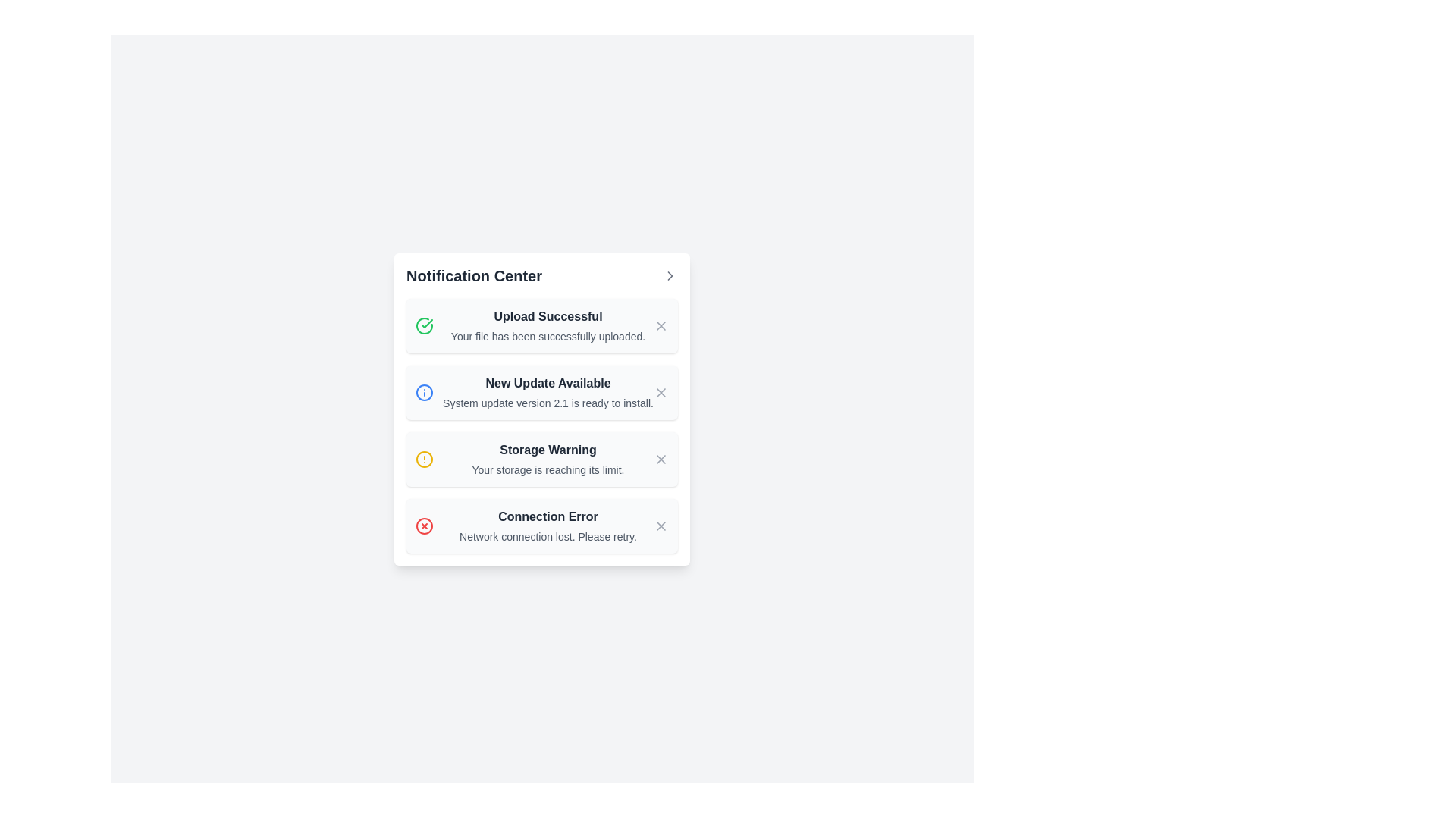 This screenshot has height=819, width=1456. I want to click on the dismiss or close icon located on the right side of the 'Connection Error' notification entry, so click(661, 525).